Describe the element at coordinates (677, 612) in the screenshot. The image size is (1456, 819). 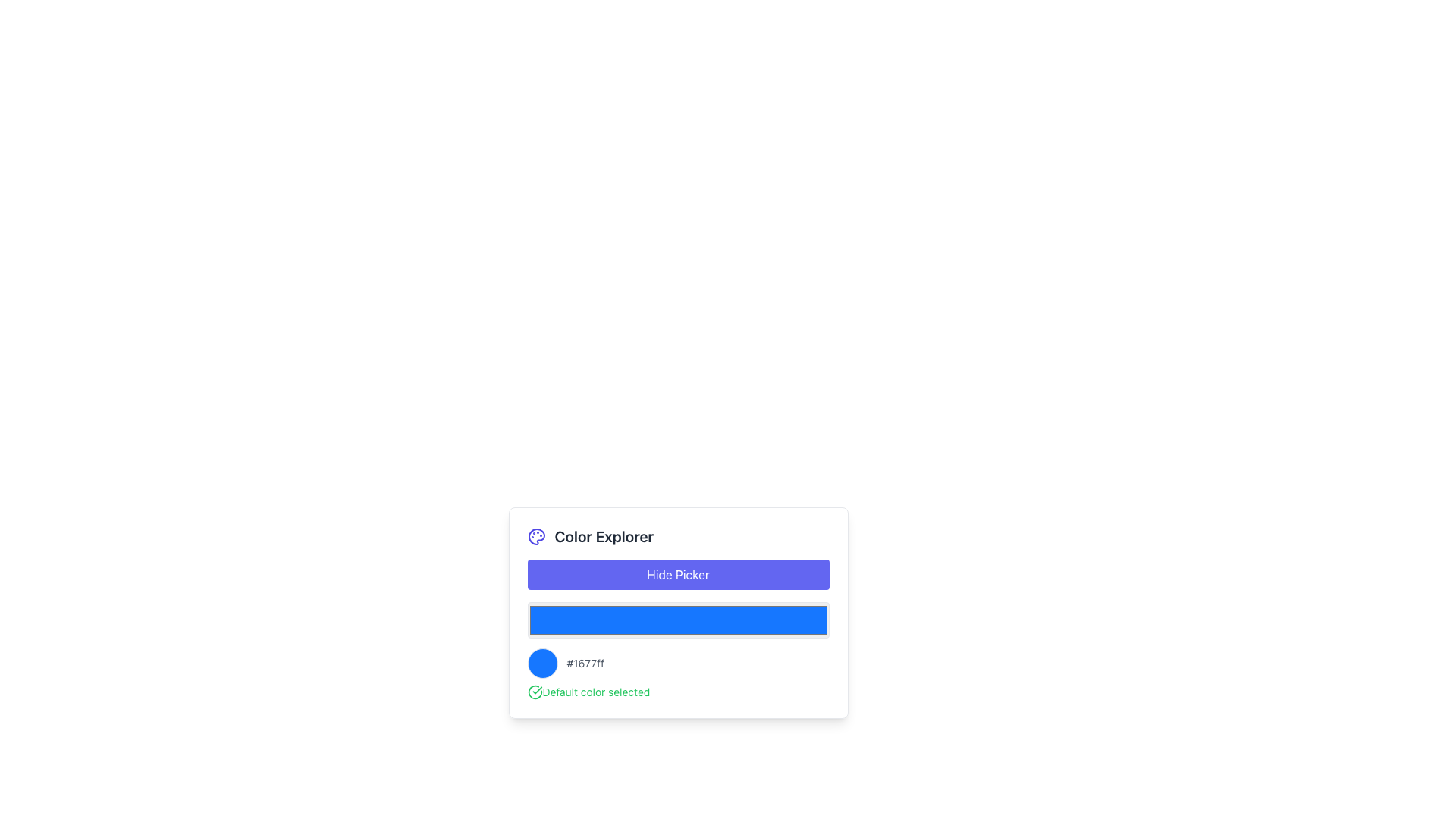
I see `the blue color input or preview bar located below the 'Hide Picker' button` at that location.